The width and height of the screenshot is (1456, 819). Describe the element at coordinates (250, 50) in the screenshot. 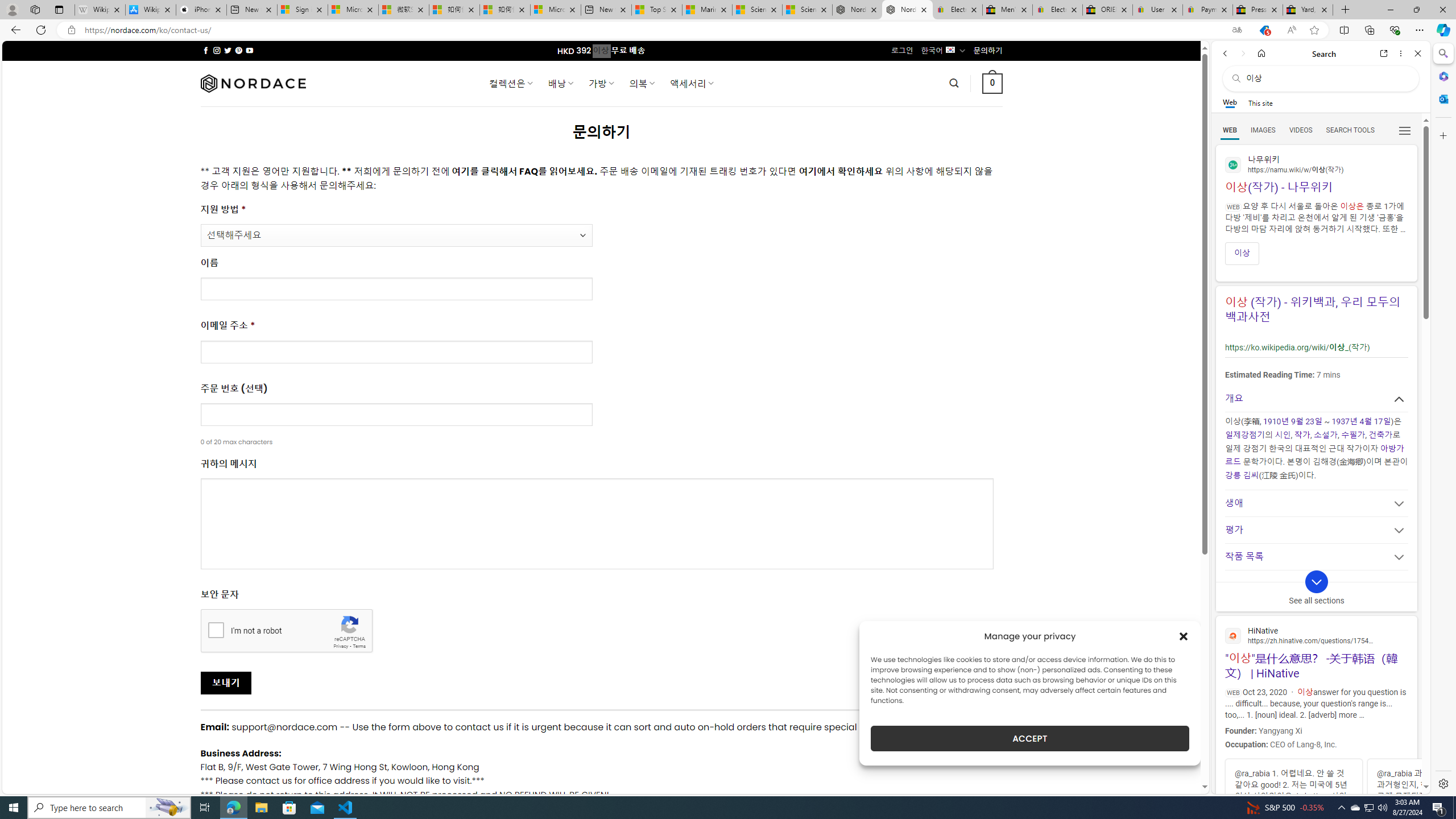

I see `'Follow on YouTube'` at that location.